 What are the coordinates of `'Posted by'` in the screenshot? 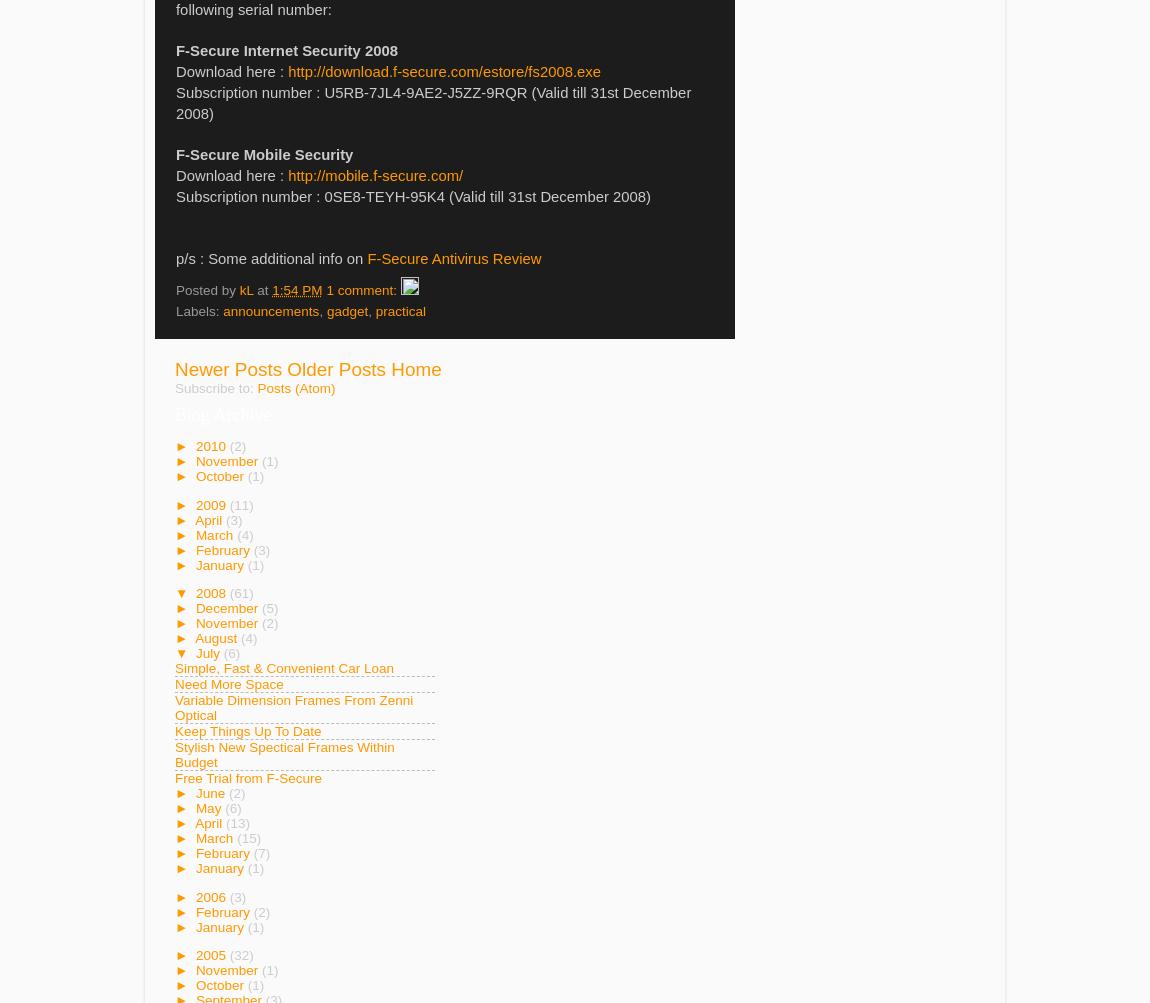 It's located at (206, 289).